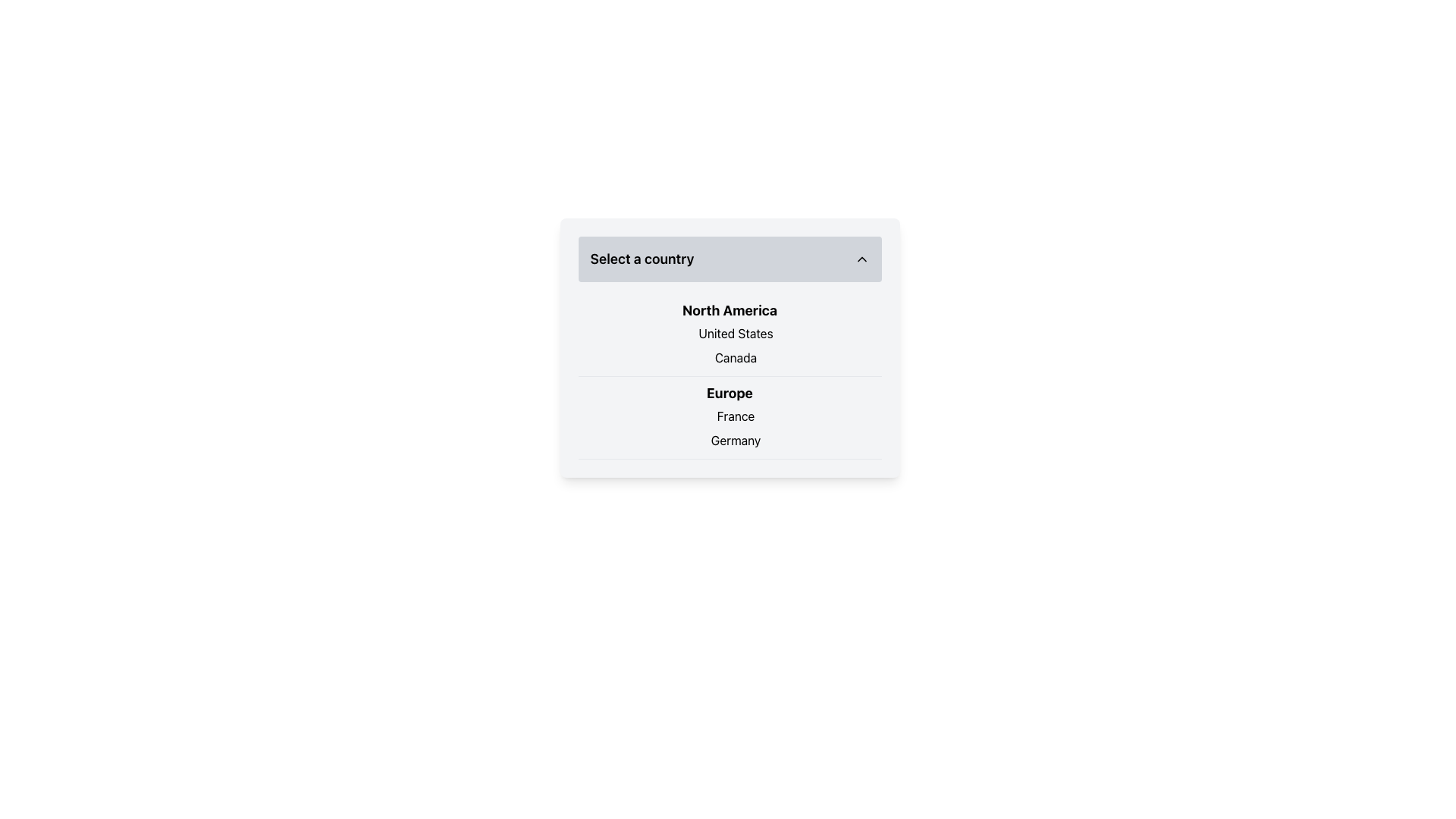  I want to click on the list item representing 'United States' in the country selection dropdown under the 'North America' heading, so click(730, 332).